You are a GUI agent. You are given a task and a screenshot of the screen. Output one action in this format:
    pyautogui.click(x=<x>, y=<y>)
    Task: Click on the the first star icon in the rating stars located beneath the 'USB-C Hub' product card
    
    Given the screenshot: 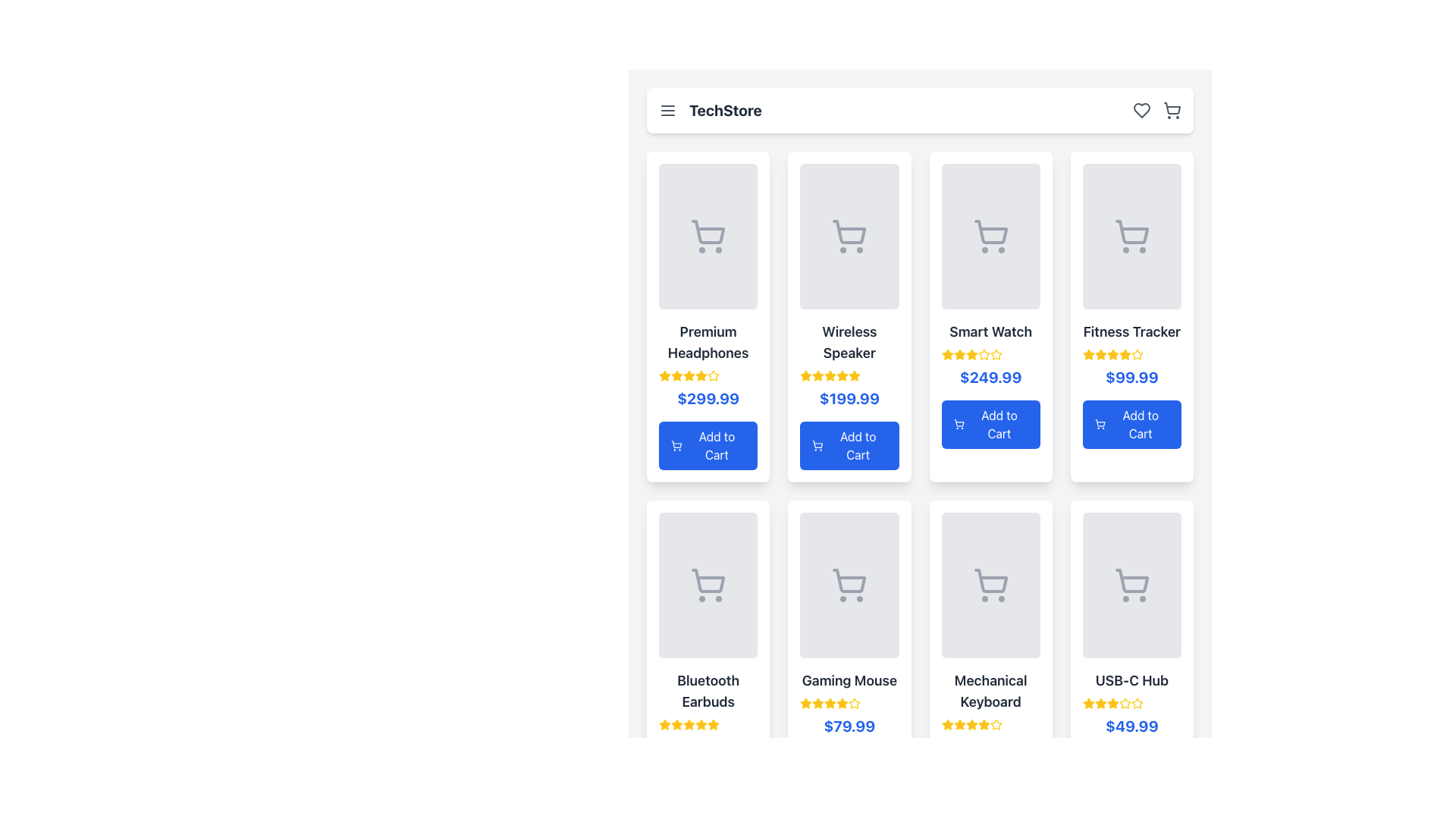 What is the action you would take?
    pyautogui.click(x=1087, y=704)
    